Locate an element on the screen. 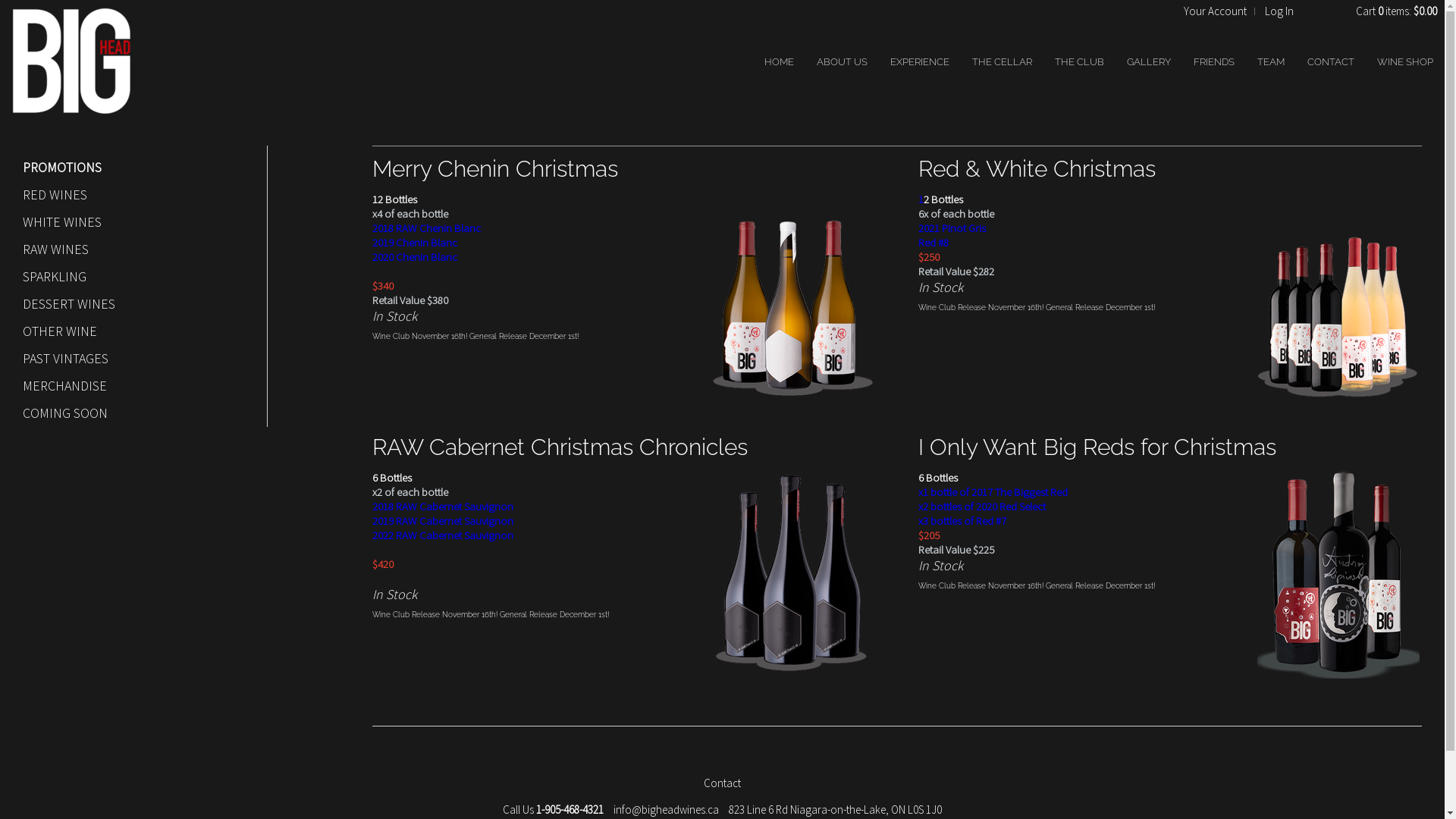 The width and height of the screenshot is (1456, 819). 'GALLERY' is located at coordinates (1149, 61).